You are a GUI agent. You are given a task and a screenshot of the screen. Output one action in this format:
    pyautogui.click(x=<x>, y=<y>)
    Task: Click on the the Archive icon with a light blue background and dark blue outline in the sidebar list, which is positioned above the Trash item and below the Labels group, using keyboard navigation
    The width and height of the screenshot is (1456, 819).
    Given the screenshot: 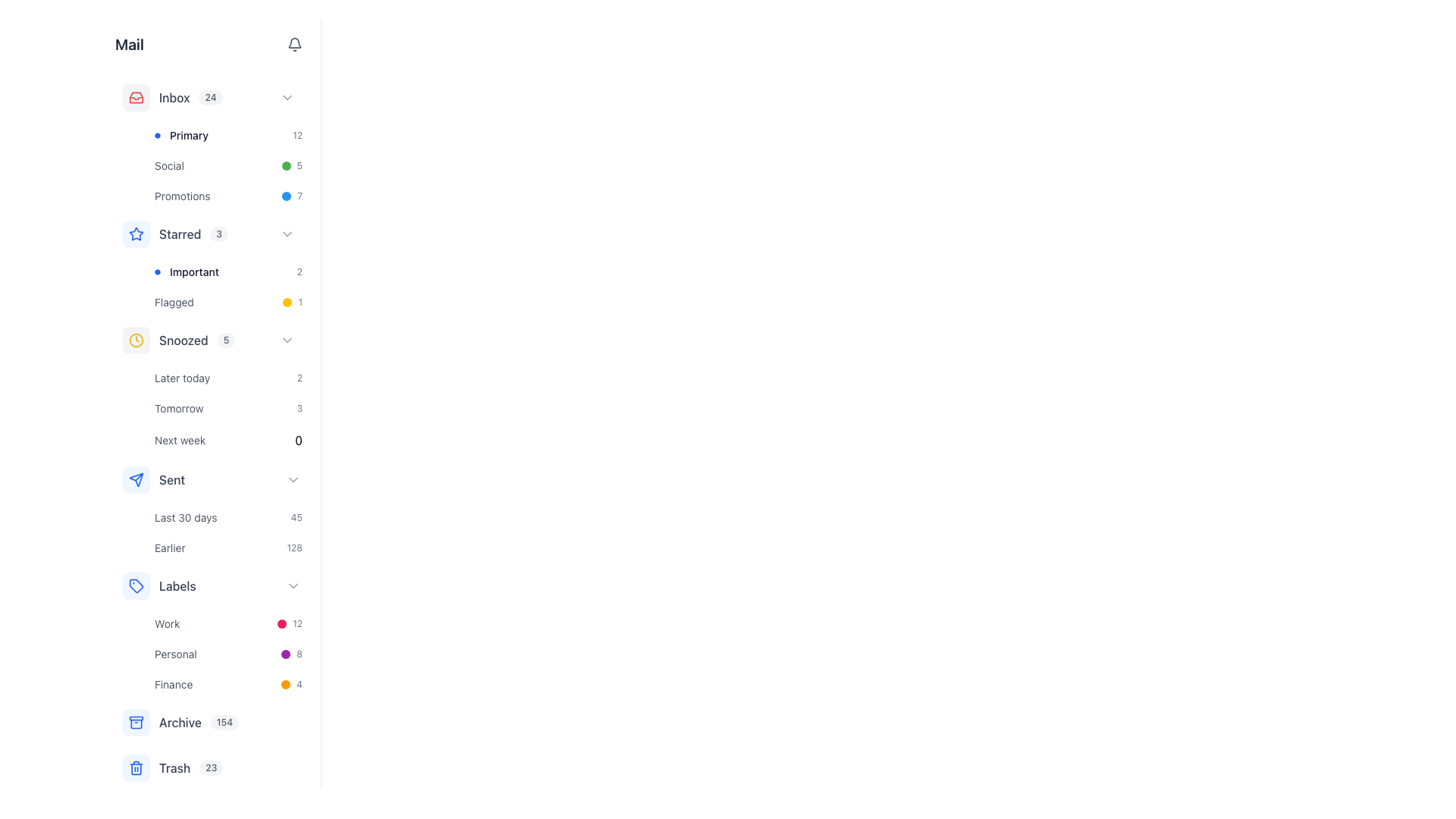 What is the action you would take?
    pyautogui.click(x=136, y=721)
    